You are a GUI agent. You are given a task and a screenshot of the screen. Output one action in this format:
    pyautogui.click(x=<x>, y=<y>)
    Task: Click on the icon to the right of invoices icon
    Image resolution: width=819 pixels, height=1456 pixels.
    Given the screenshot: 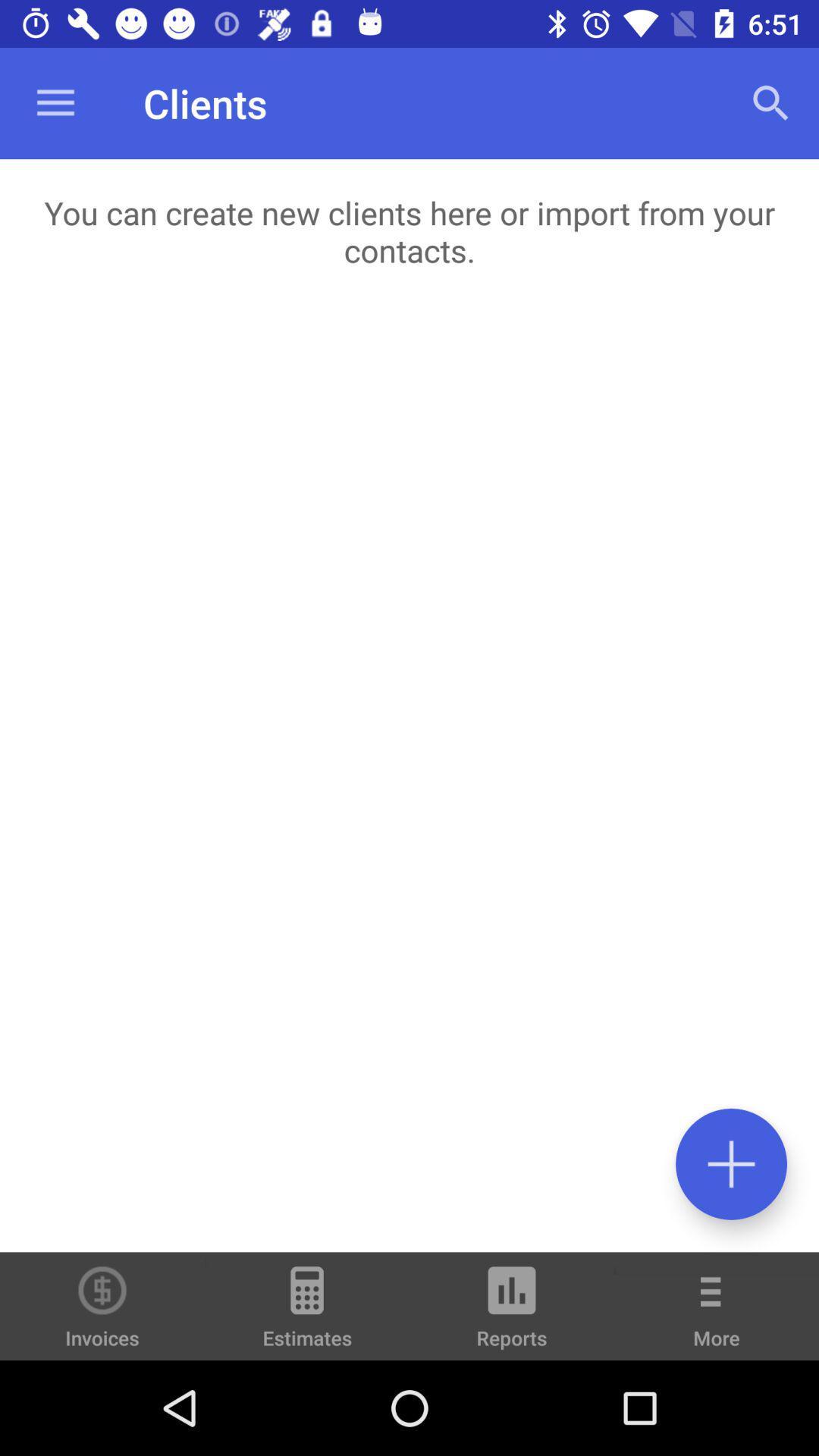 What is the action you would take?
    pyautogui.click(x=307, y=1313)
    